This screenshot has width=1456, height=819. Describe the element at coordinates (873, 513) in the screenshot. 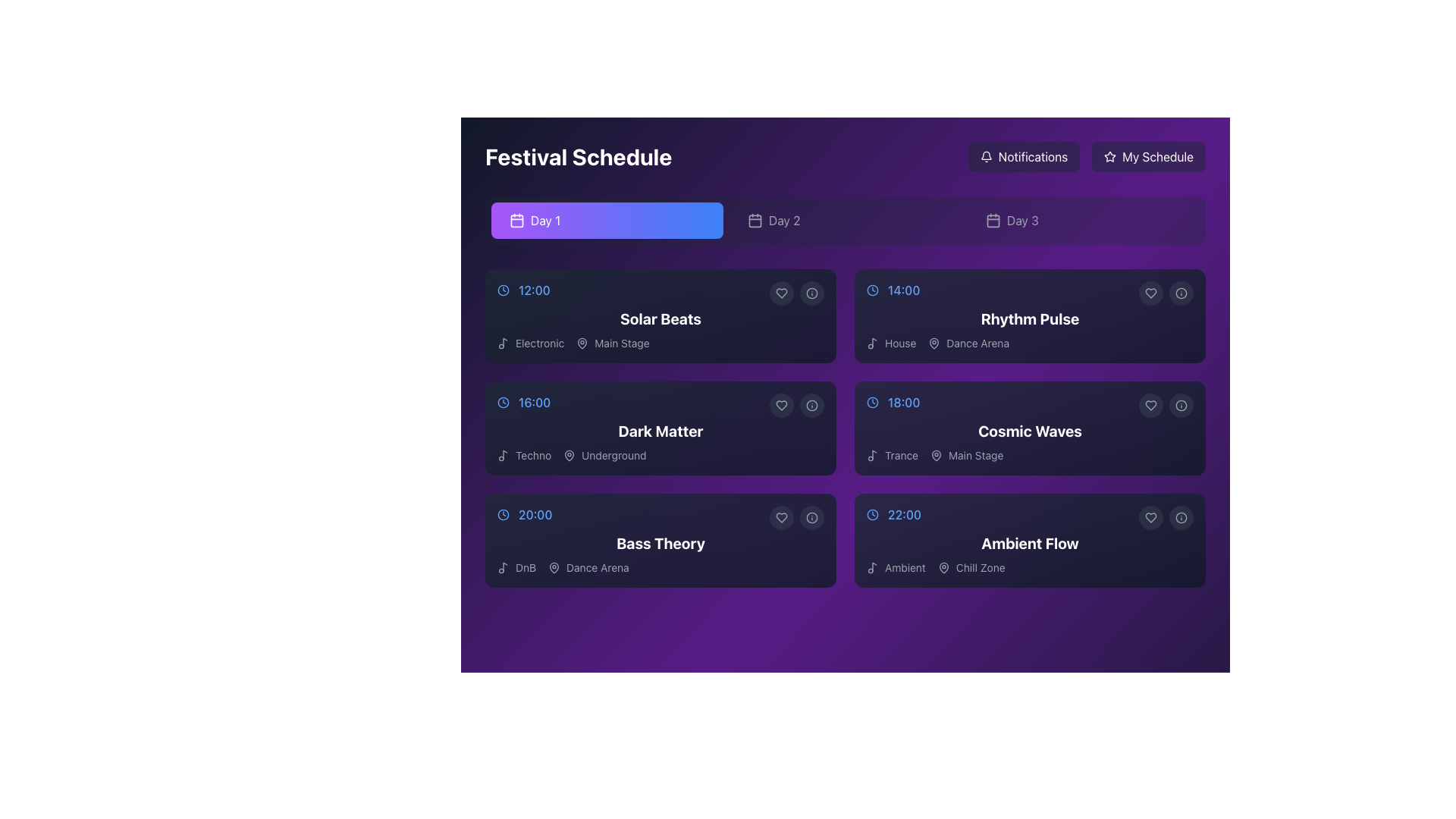

I see `the clock icon located in the top-left corner of the '22:00' time label` at that location.